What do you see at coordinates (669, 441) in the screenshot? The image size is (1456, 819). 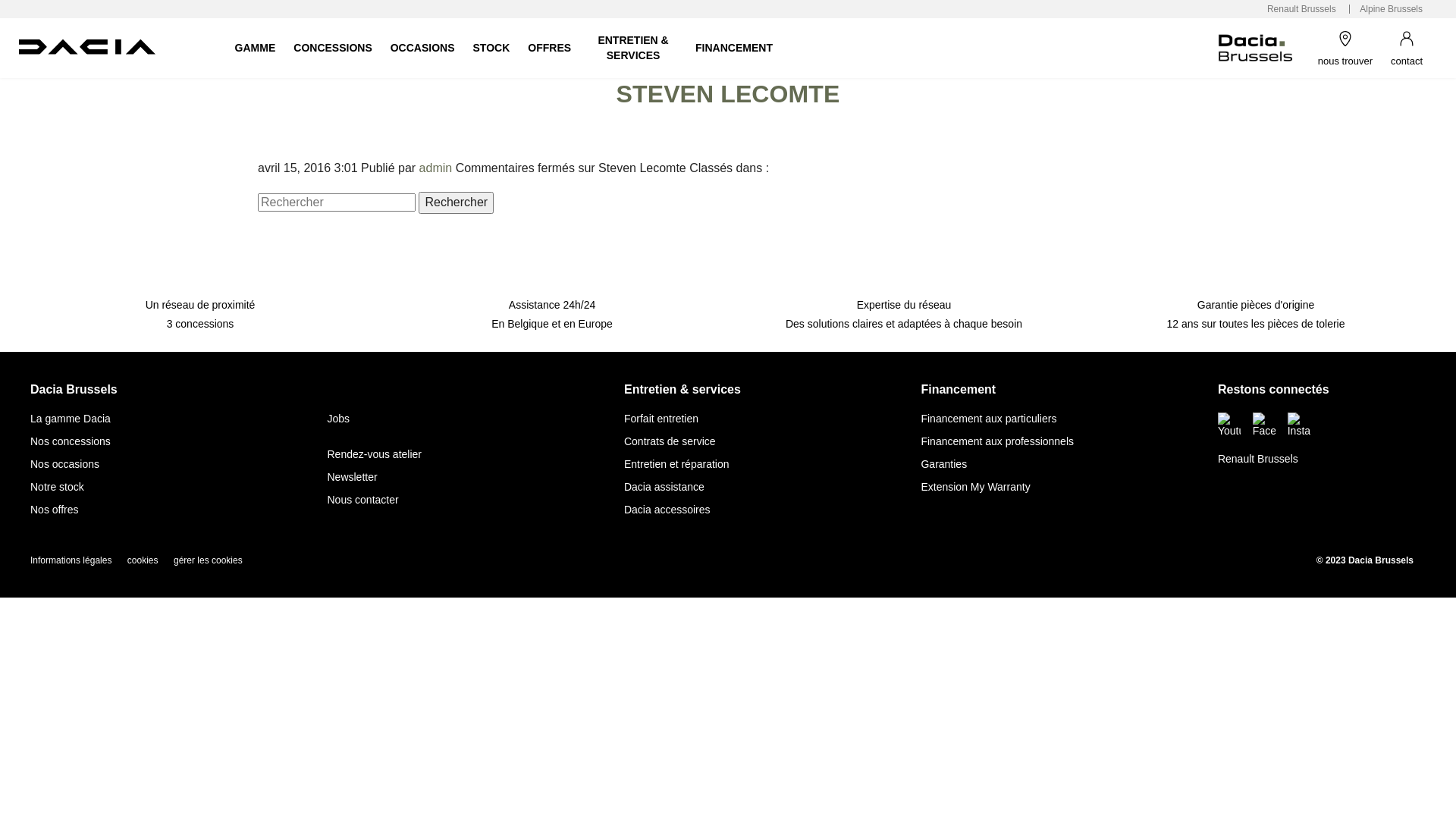 I see `'Contrats de service'` at bounding box center [669, 441].